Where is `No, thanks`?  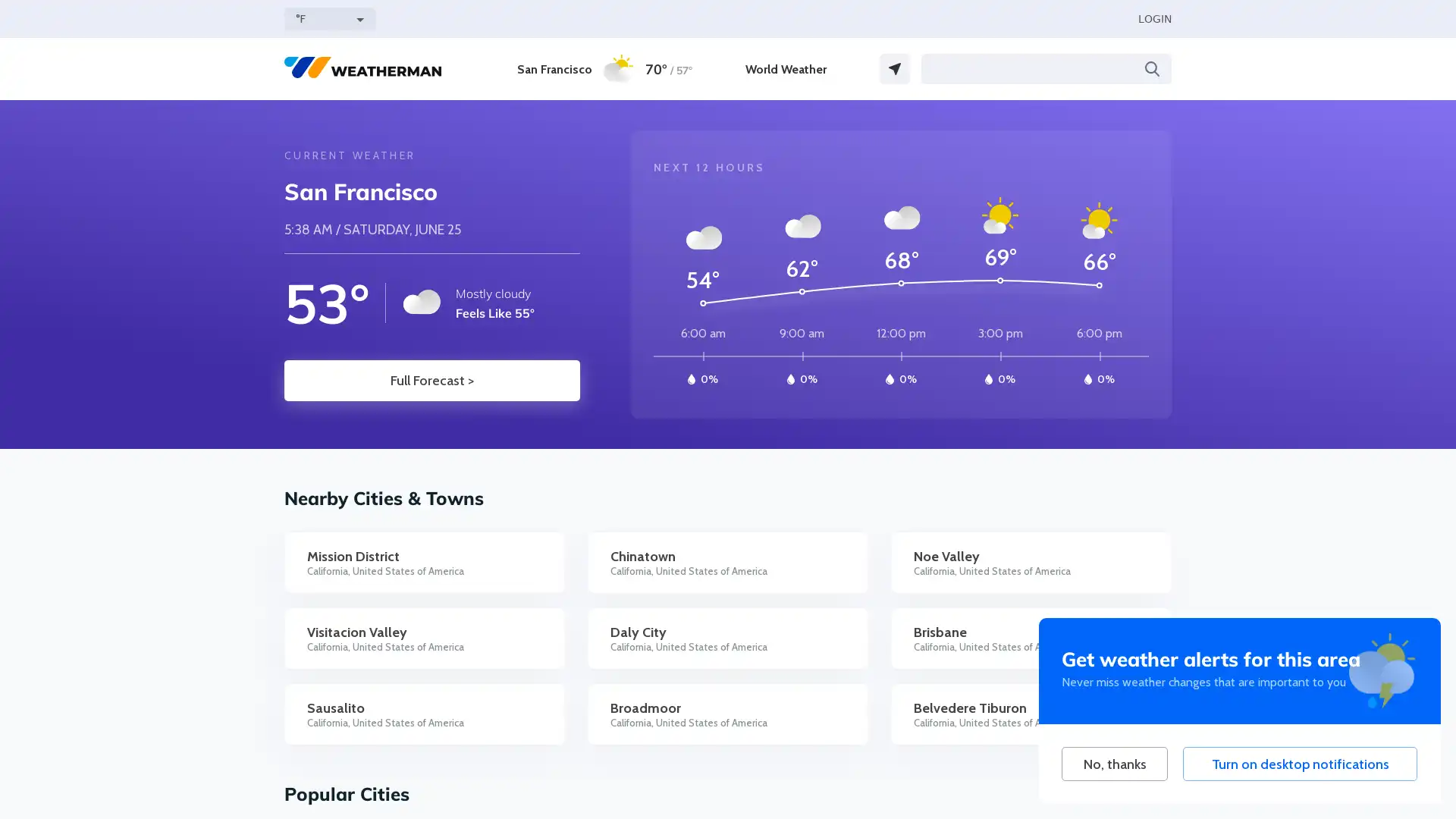
No, thanks is located at coordinates (1114, 764).